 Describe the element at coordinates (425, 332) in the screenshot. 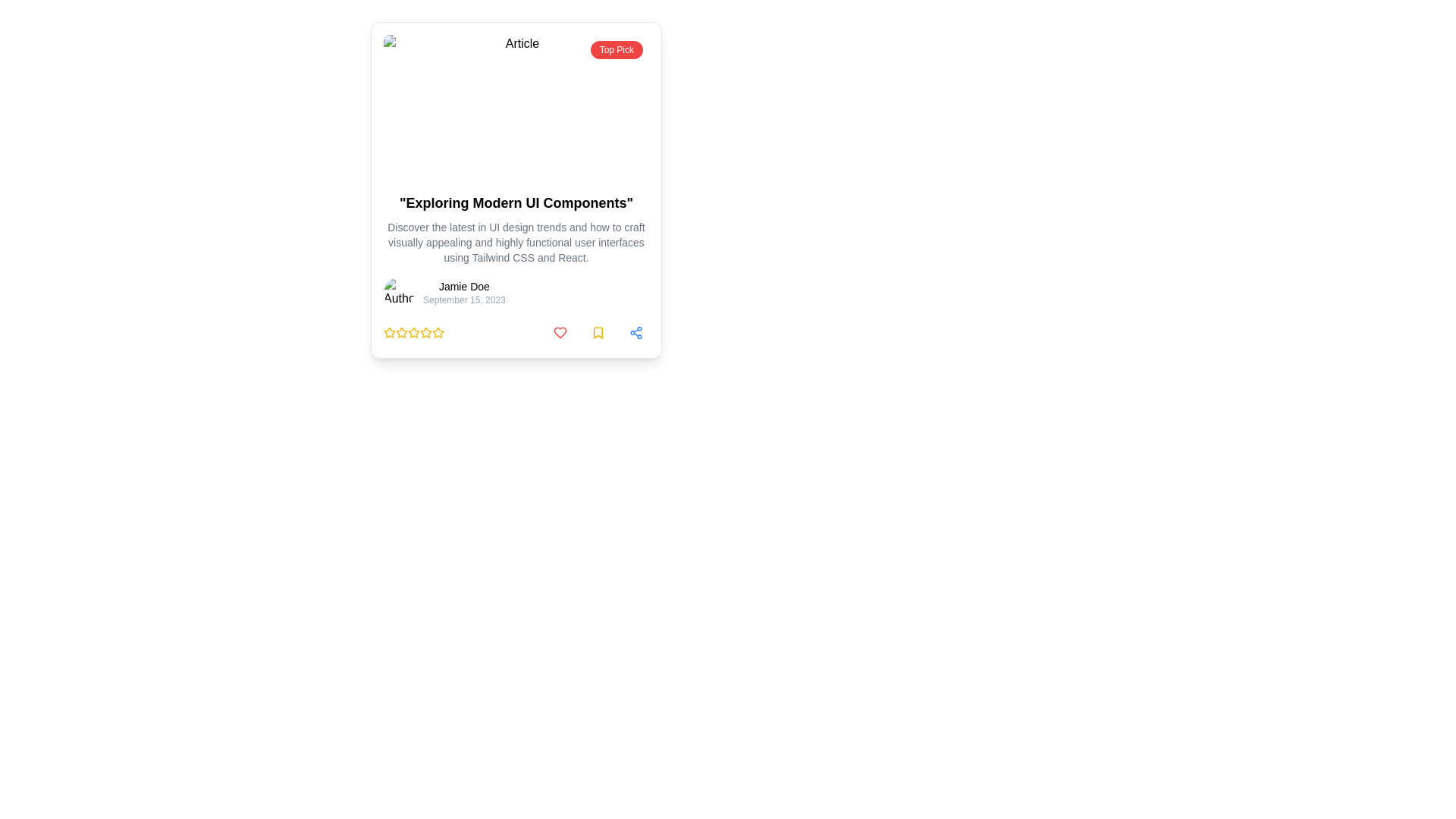

I see `the sixth star icon with a yellow outline in the rating system below the card titled 'Exploring Modern UI Components'` at that location.